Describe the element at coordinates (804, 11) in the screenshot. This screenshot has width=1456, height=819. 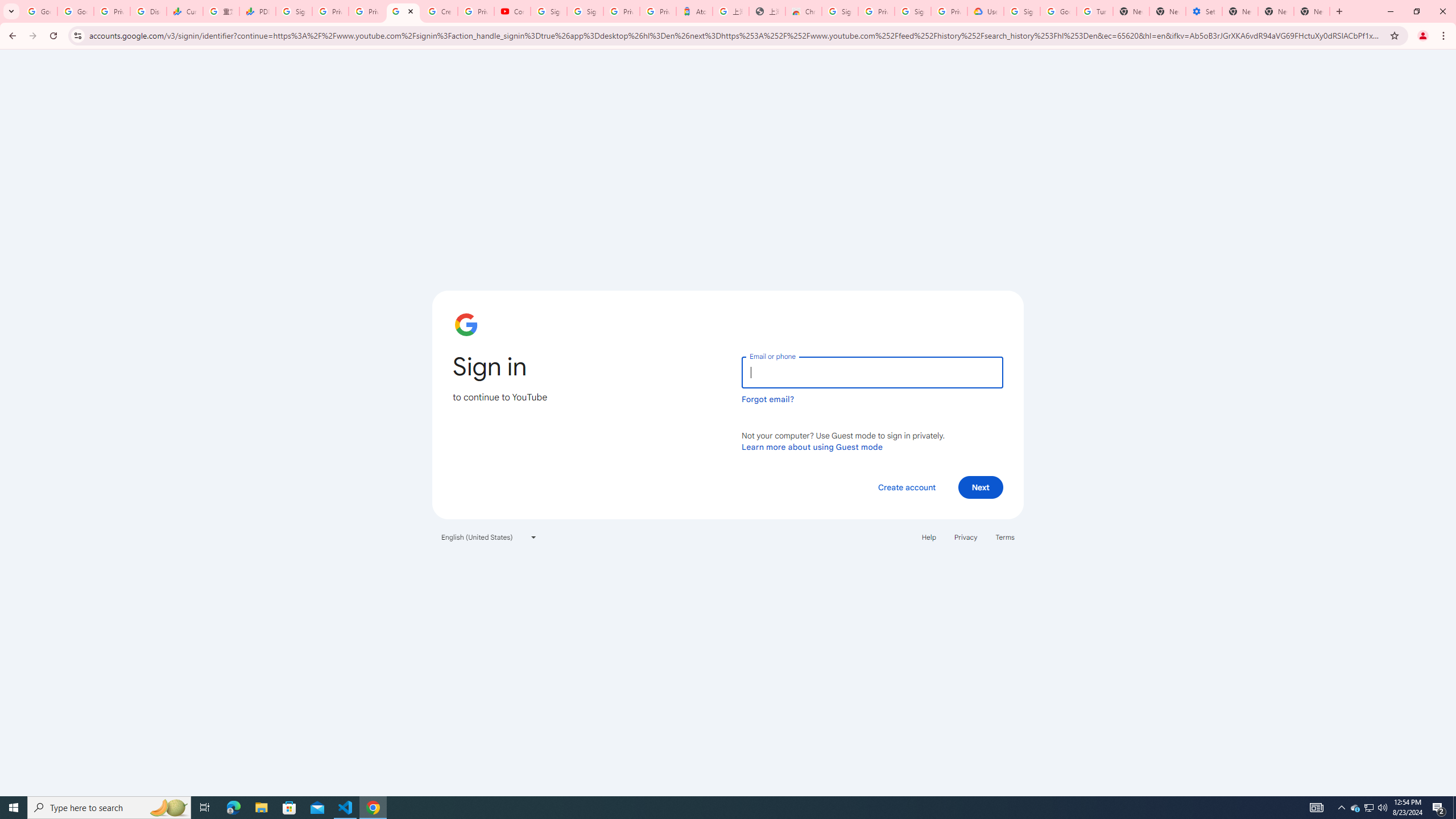
I see `'Chrome Web Store - Color themes by Chrome'` at that location.